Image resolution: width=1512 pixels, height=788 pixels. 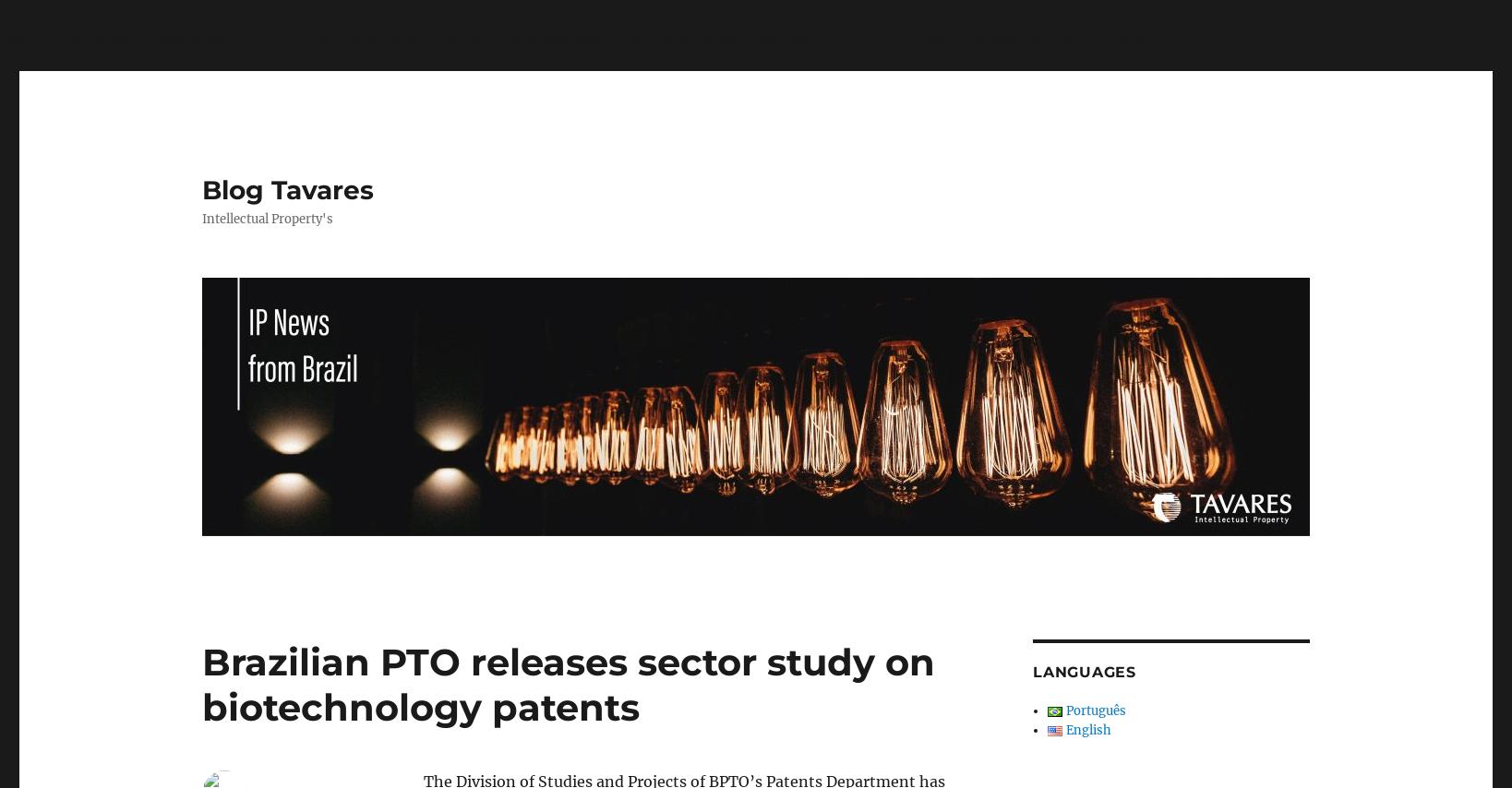 What do you see at coordinates (278, 39) in the screenshot?
I see `':  stripos() expects parameter 1 to be string, array given in'` at bounding box center [278, 39].